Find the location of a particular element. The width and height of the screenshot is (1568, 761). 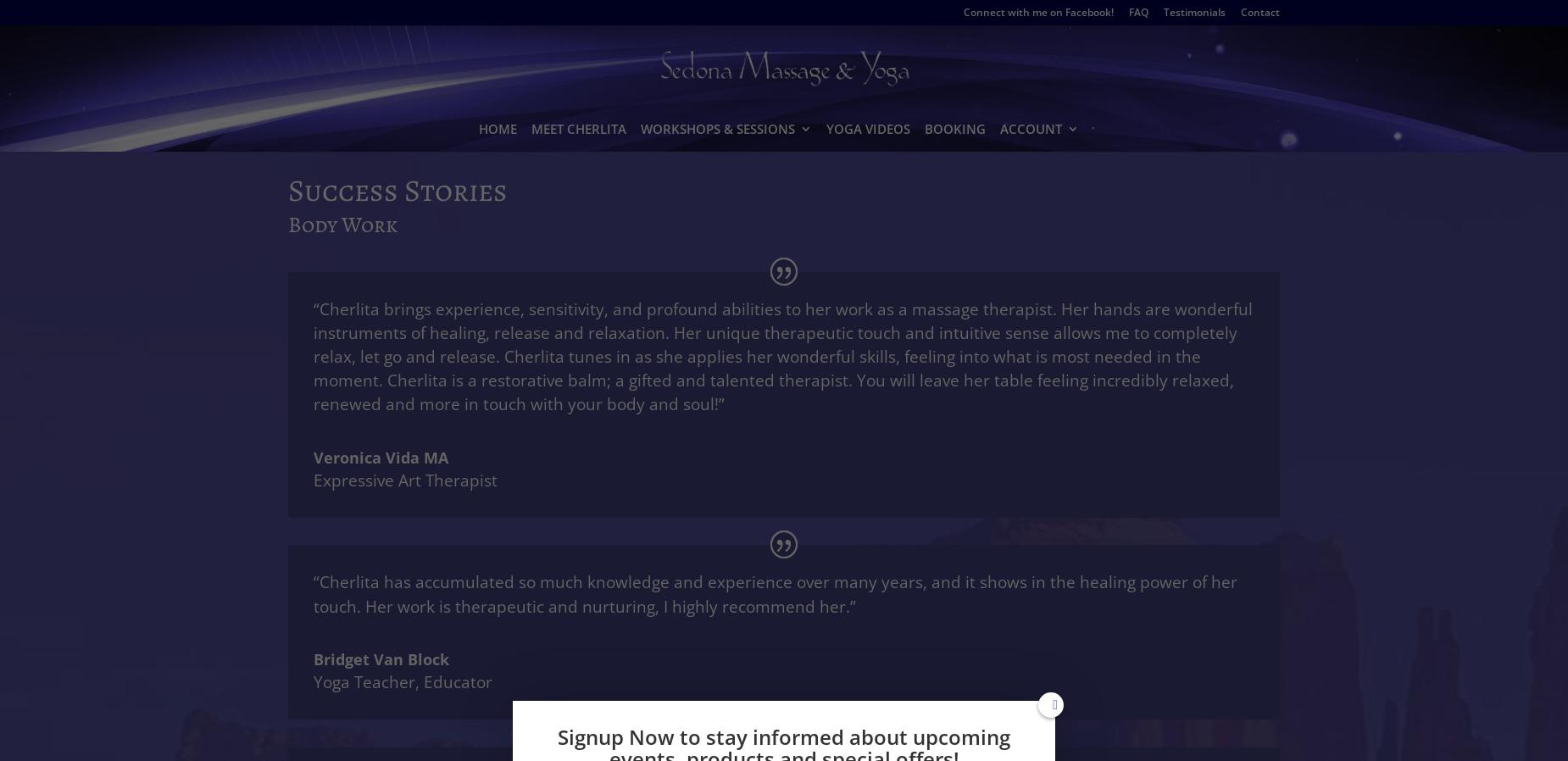

'Expressive Art Therapist' is located at coordinates (405, 479).